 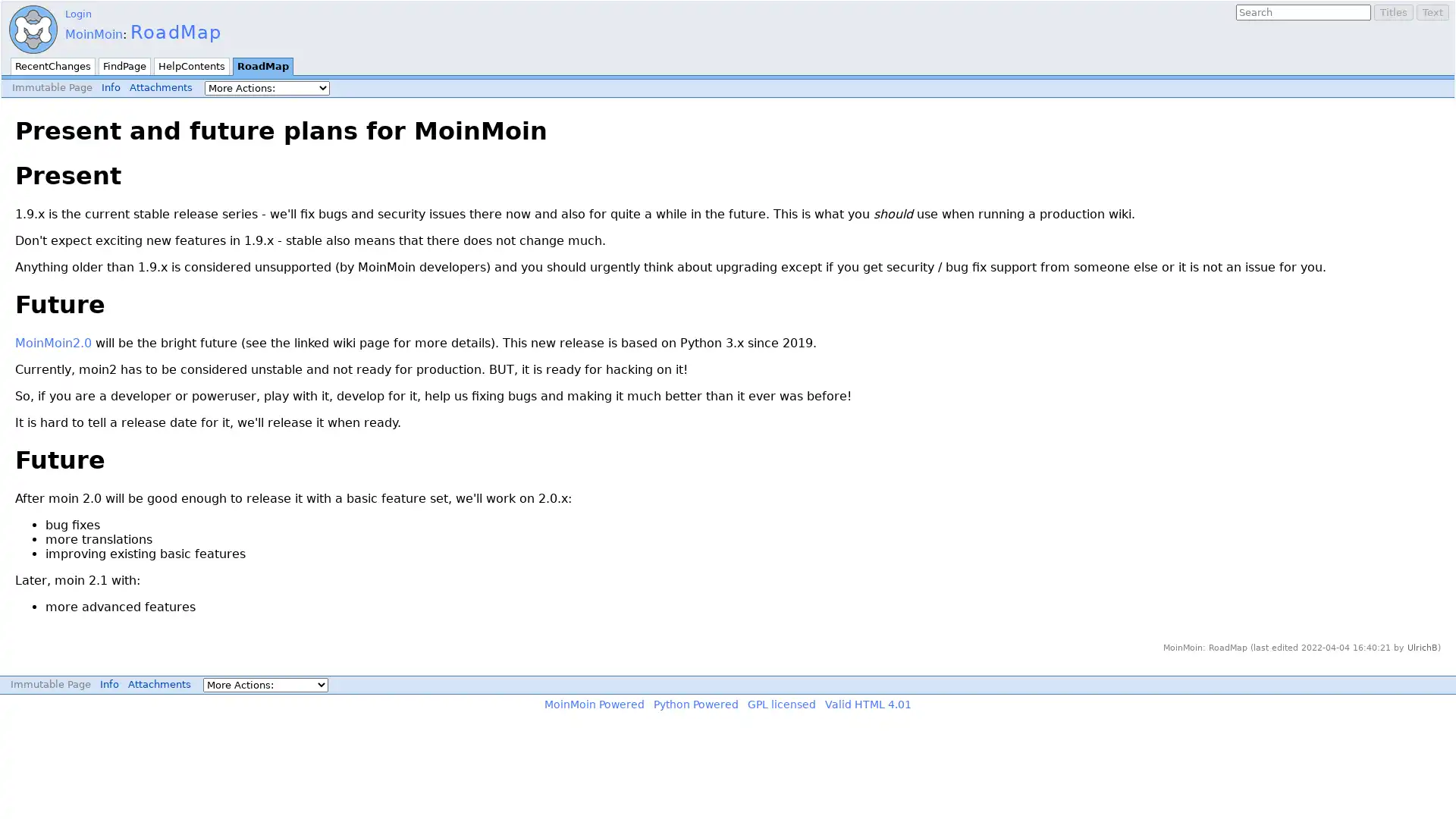 I want to click on Text, so click(x=1432, y=12).